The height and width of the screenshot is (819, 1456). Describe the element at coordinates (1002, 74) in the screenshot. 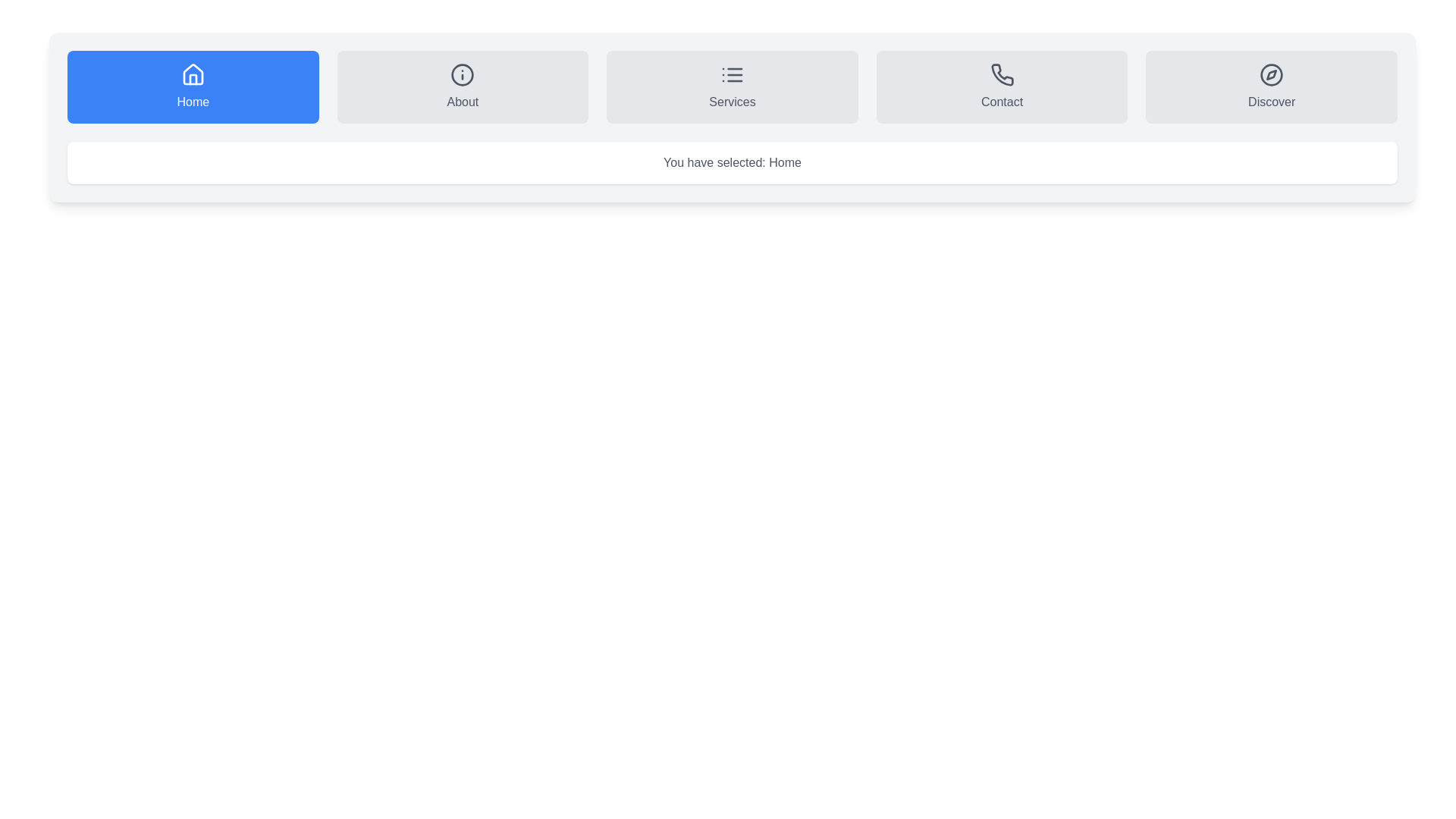

I see `the 'Contact' navigation button icon, which symbolizes contacting assistance and is the fourth button from the left in the navigation bar` at that location.